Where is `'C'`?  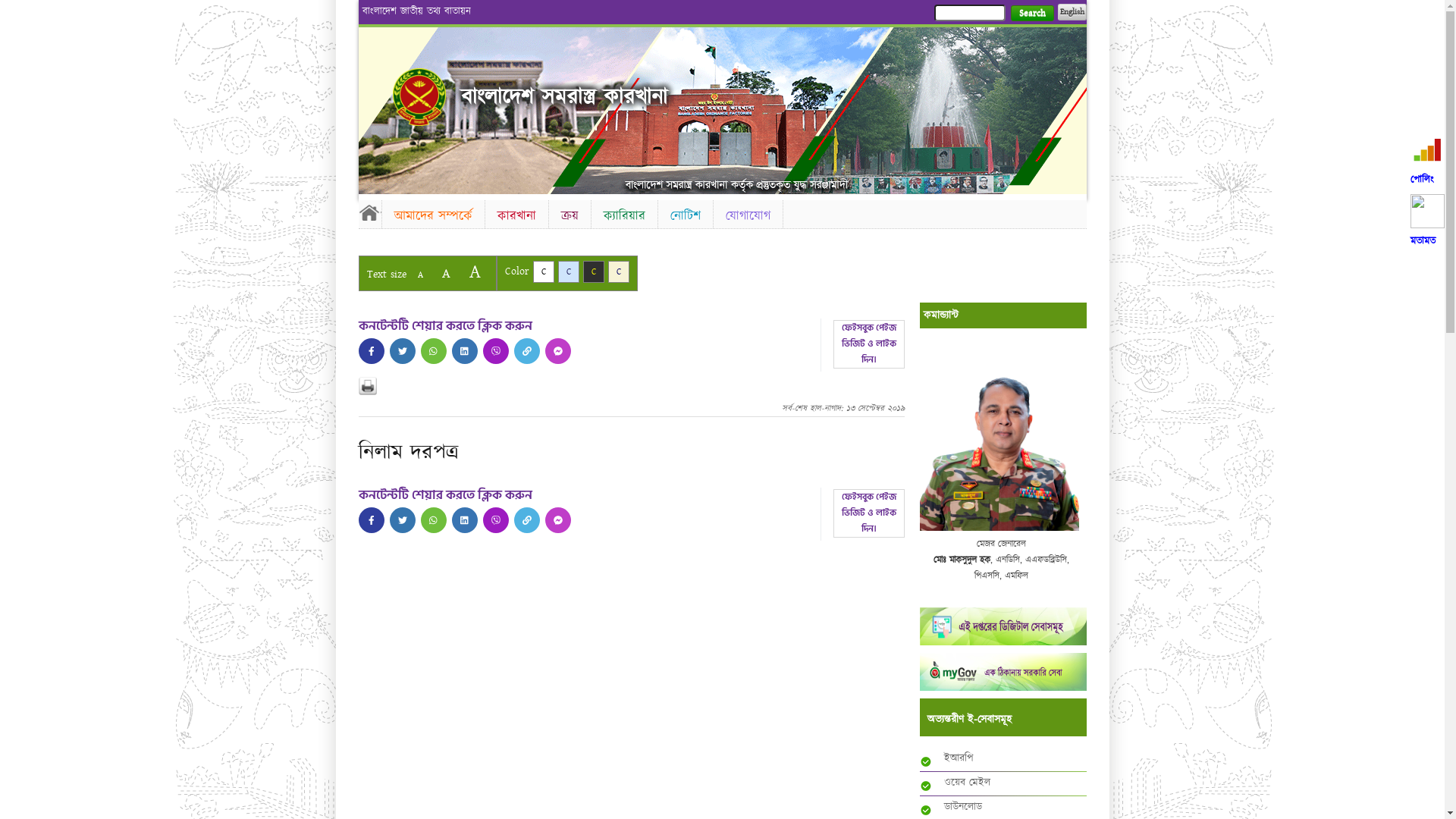
'C' is located at coordinates (567, 271).